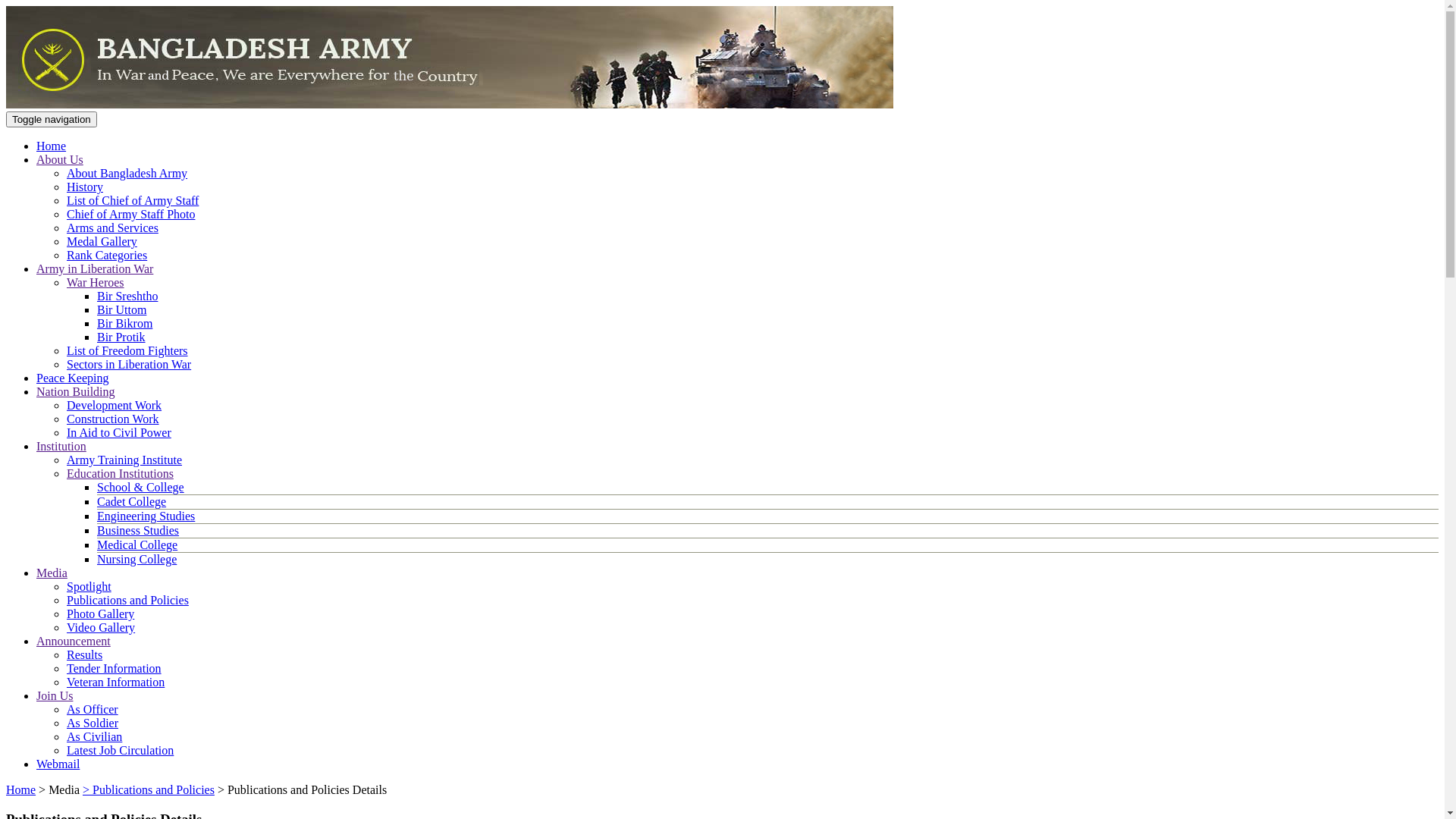 The image size is (1456, 819). I want to click on 'Chief of Army Staff Photo', so click(130, 214).